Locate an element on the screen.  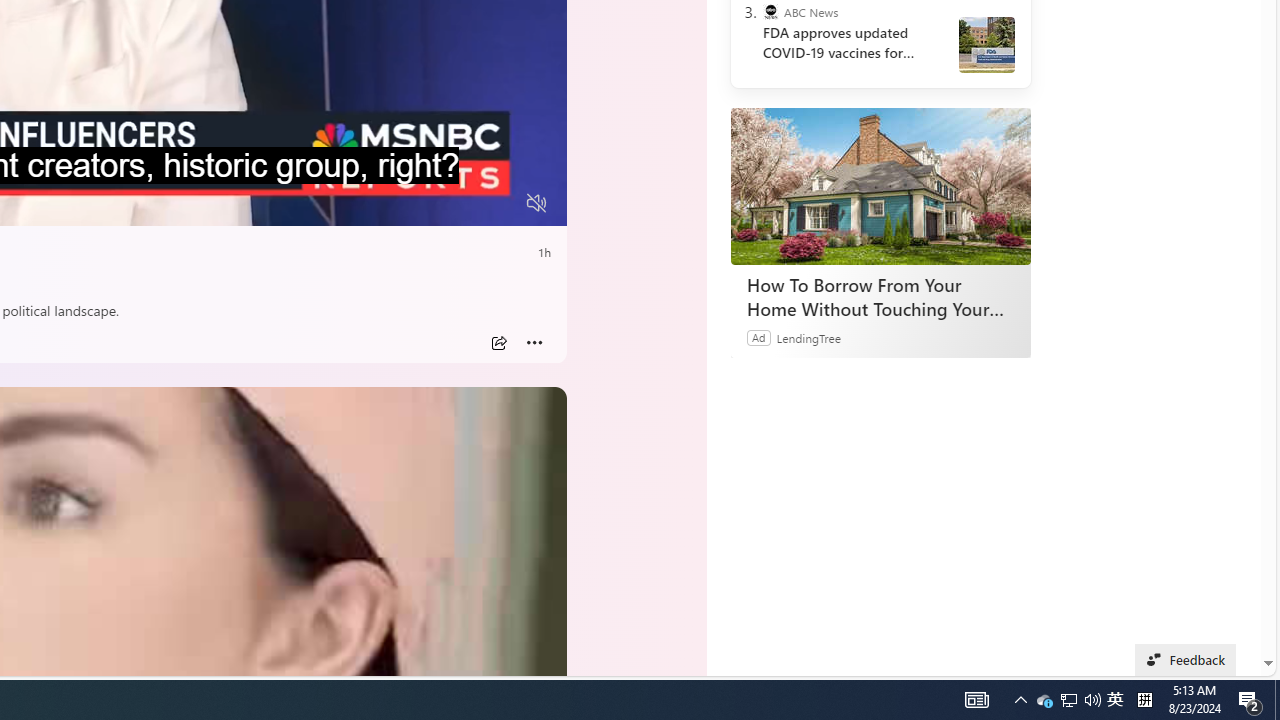
'Class: at-item inline-watch' is located at coordinates (534, 342).